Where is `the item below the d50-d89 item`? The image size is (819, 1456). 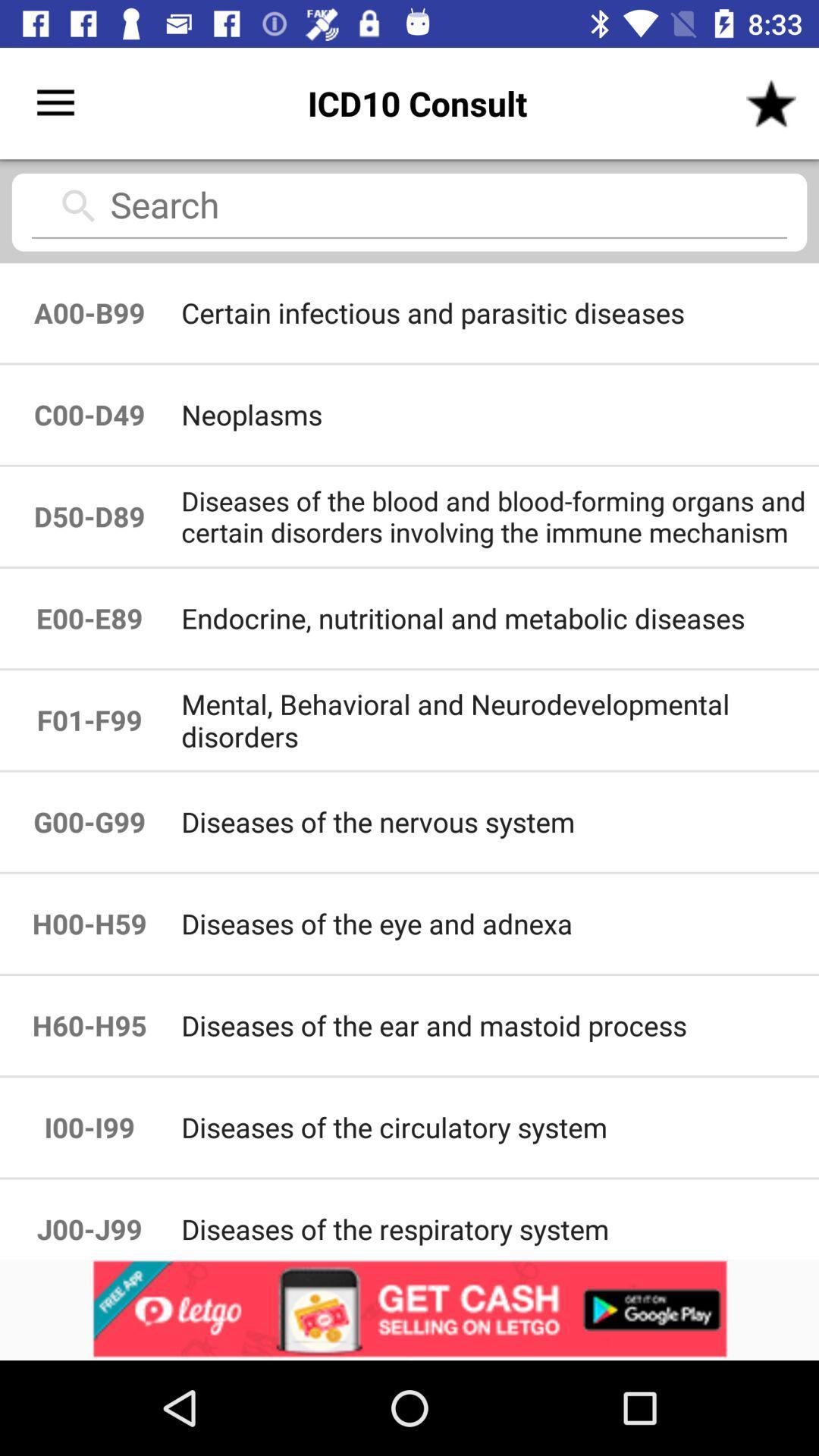
the item below the d50-d89 item is located at coordinates (499, 618).